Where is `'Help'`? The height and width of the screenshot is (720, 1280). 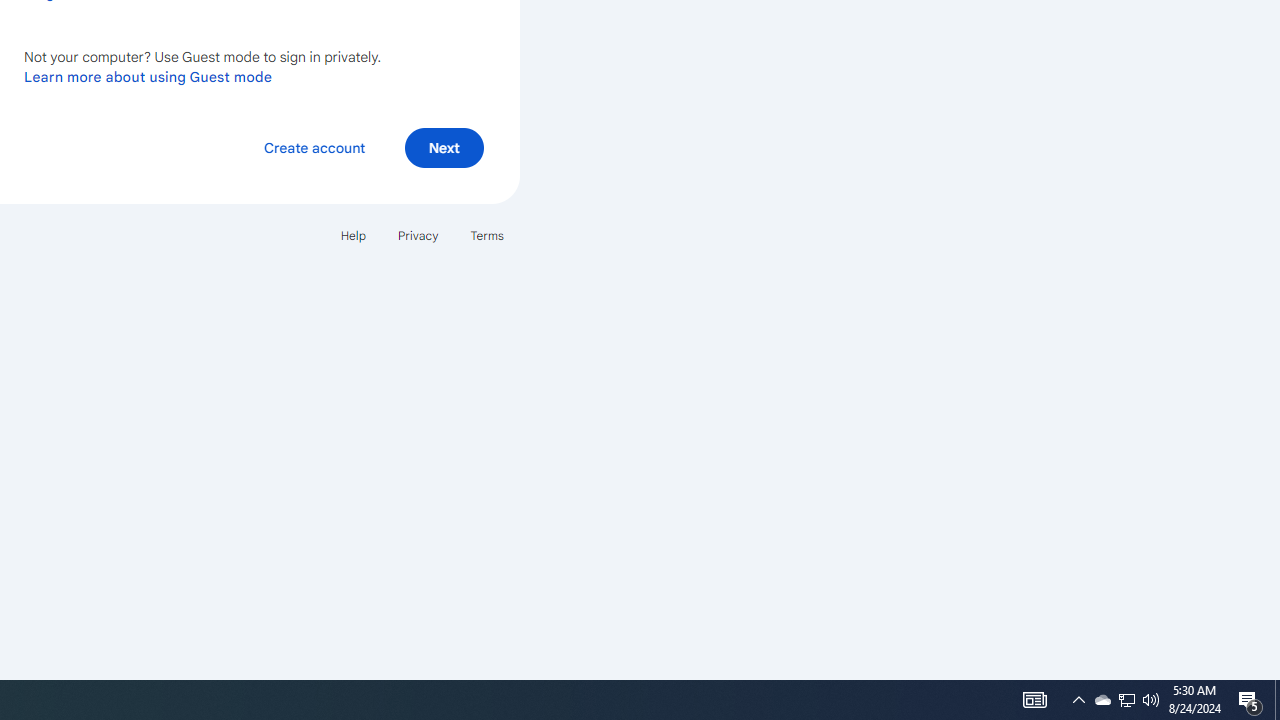 'Help' is located at coordinates (352, 234).